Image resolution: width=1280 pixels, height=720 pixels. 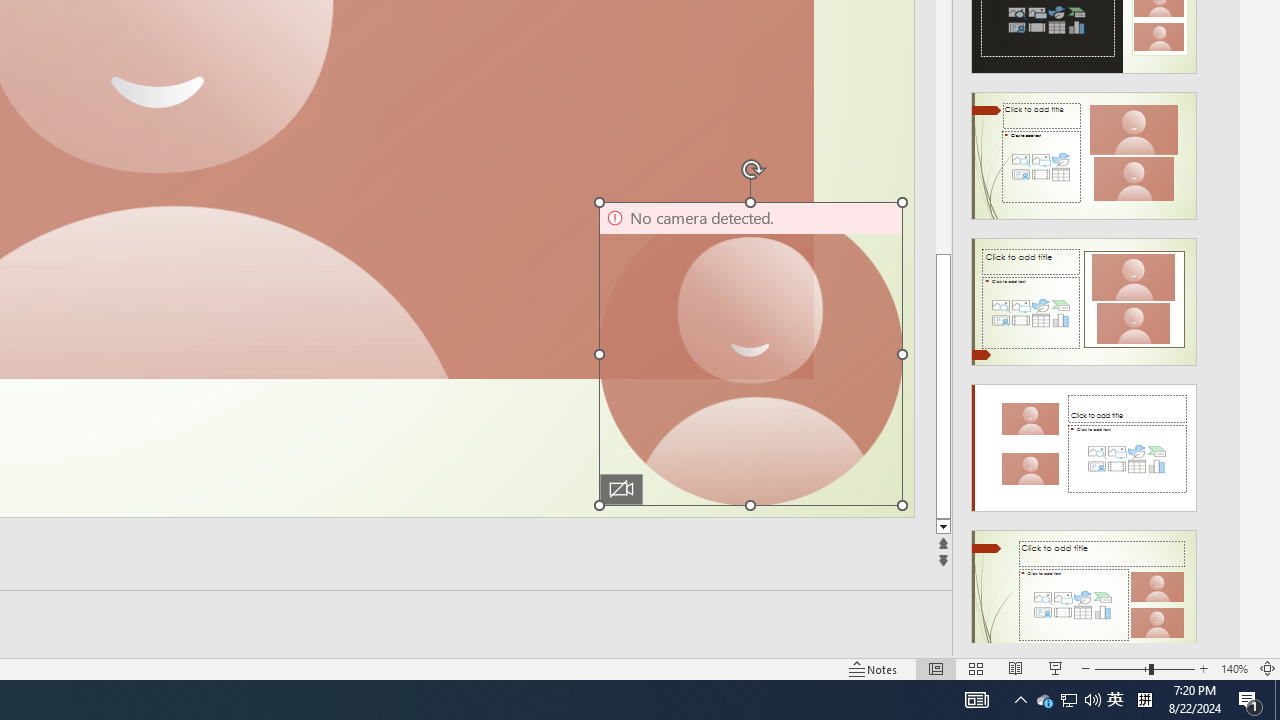 I want to click on 'Slide Sorter', so click(x=976, y=669).